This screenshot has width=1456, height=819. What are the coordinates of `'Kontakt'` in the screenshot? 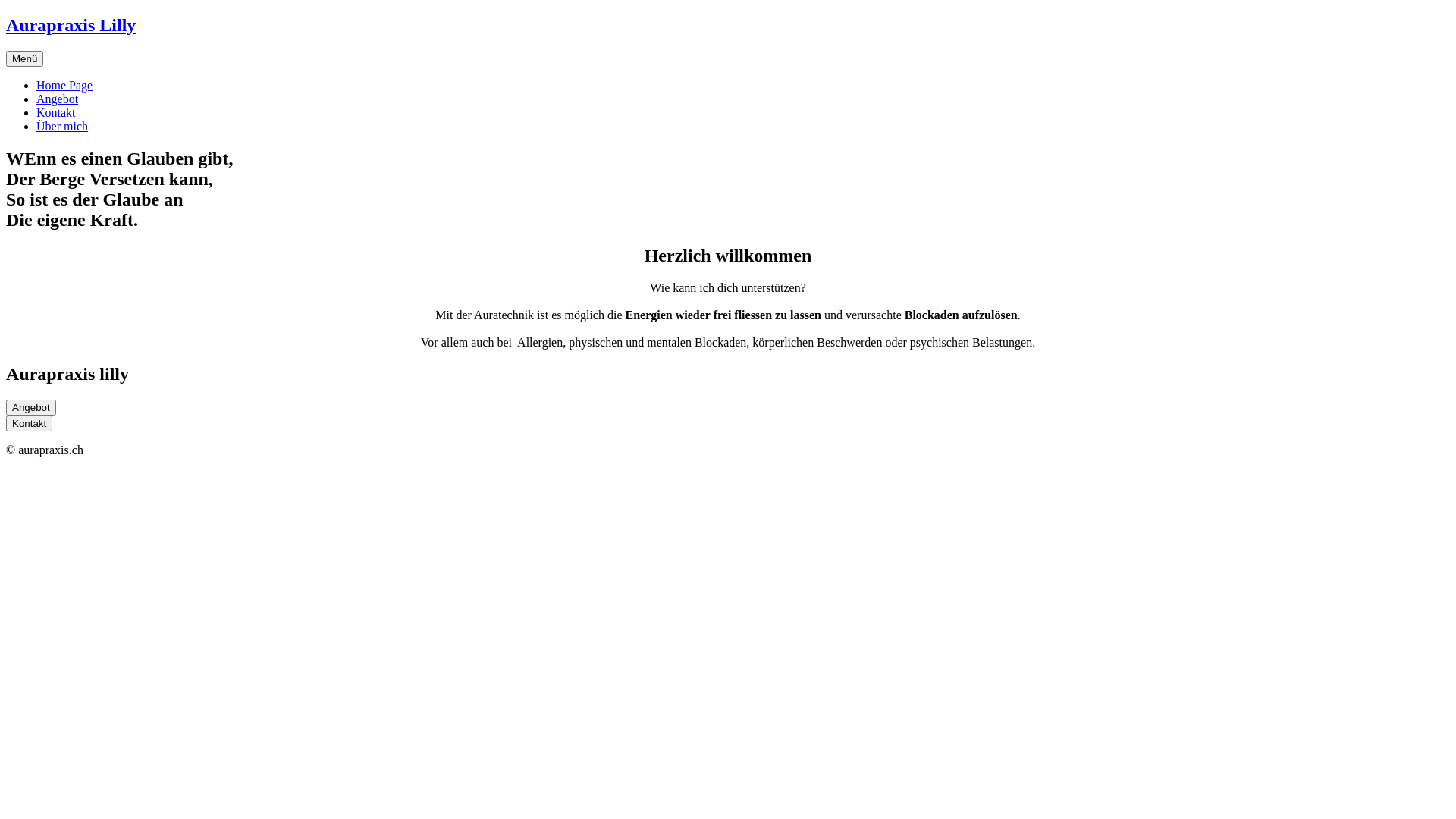 It's located at (55, 111).